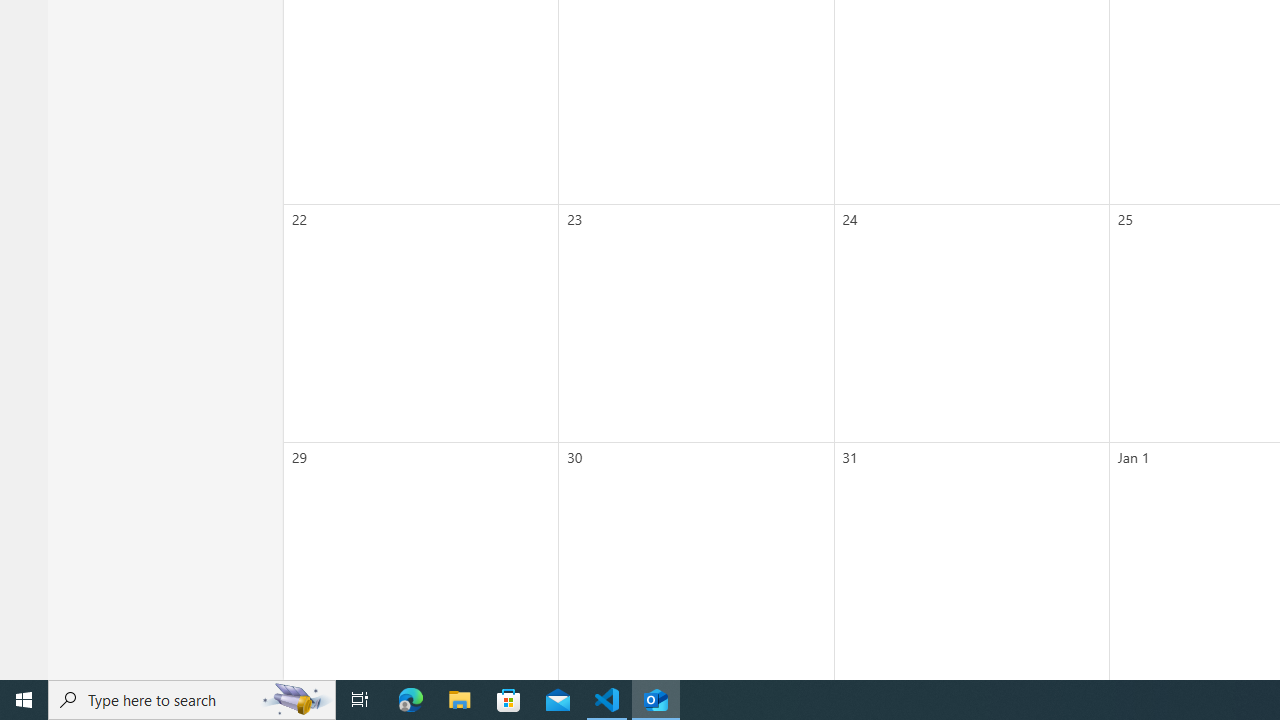 The width and height of the screenshot is (1280, 720). What do you see at coordinates (192, 698) in the screenshot?
I see `'Type here to search'` at bounding box center [192, 698].